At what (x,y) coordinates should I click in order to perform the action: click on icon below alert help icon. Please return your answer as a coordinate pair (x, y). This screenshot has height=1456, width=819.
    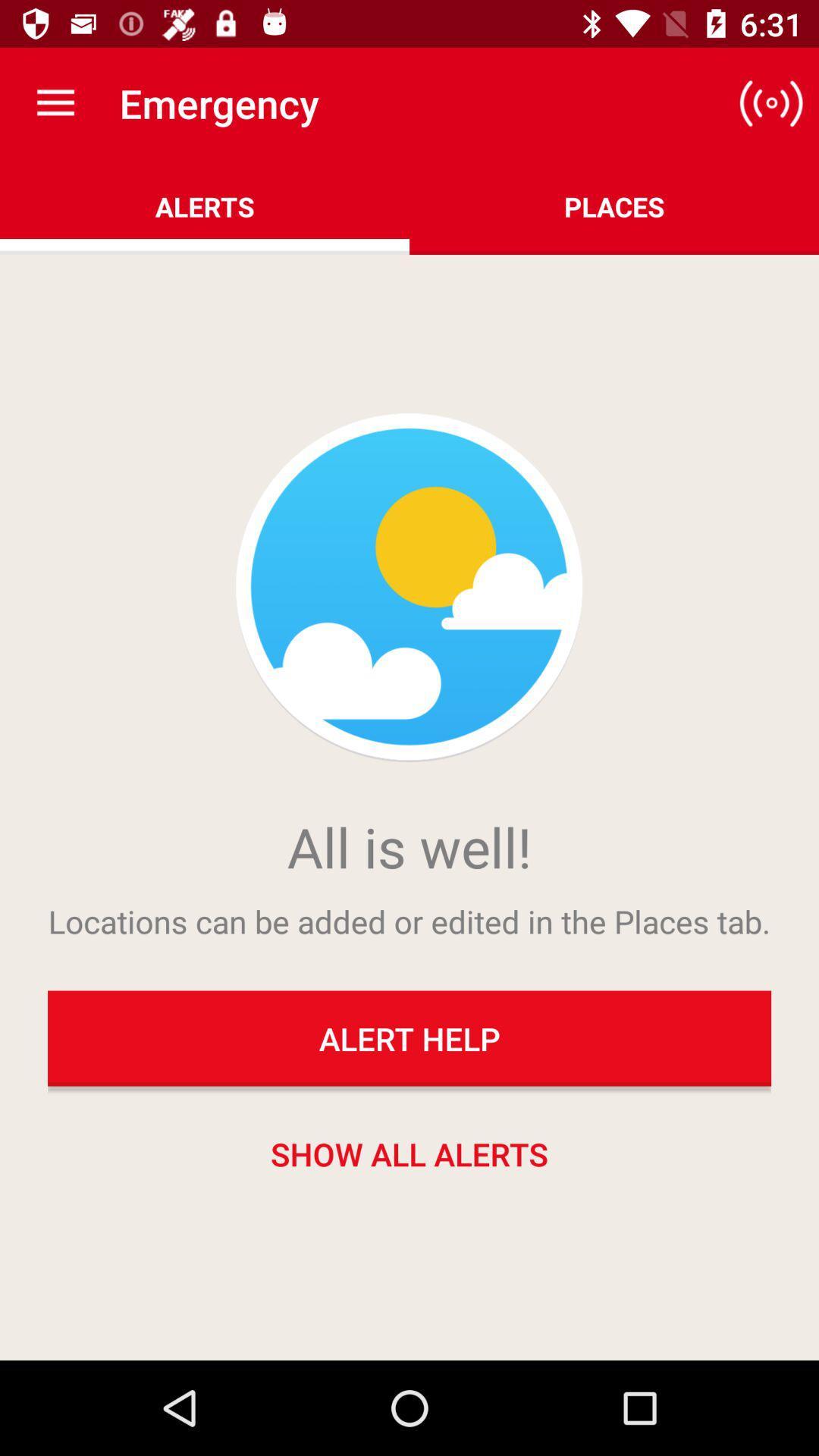
    Looking at the image, I should click on (409, 1153).